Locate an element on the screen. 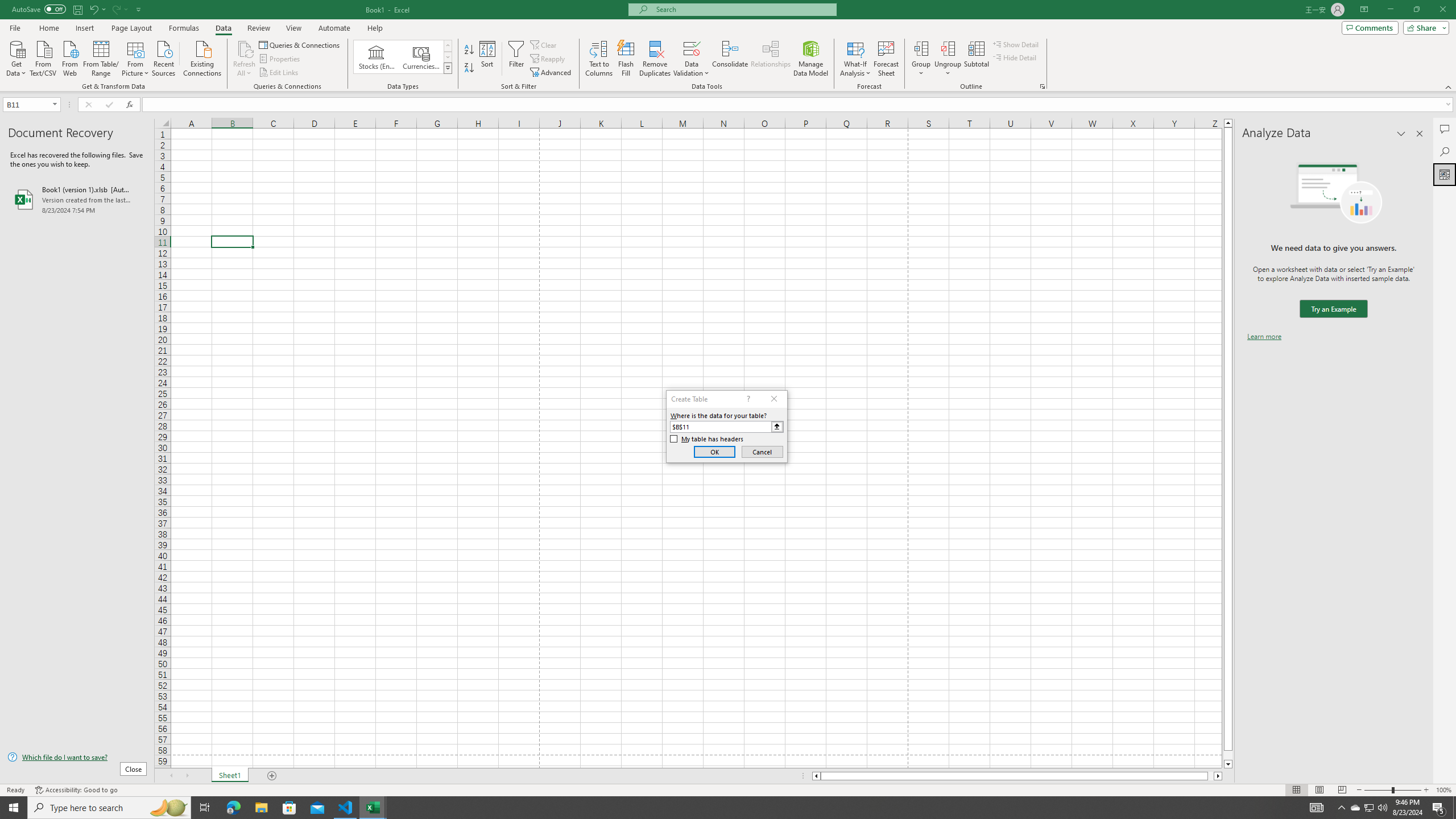 The height and width of the screenshot is (819, 1456). 'Subtotal' is located at coordinates (976, 59).